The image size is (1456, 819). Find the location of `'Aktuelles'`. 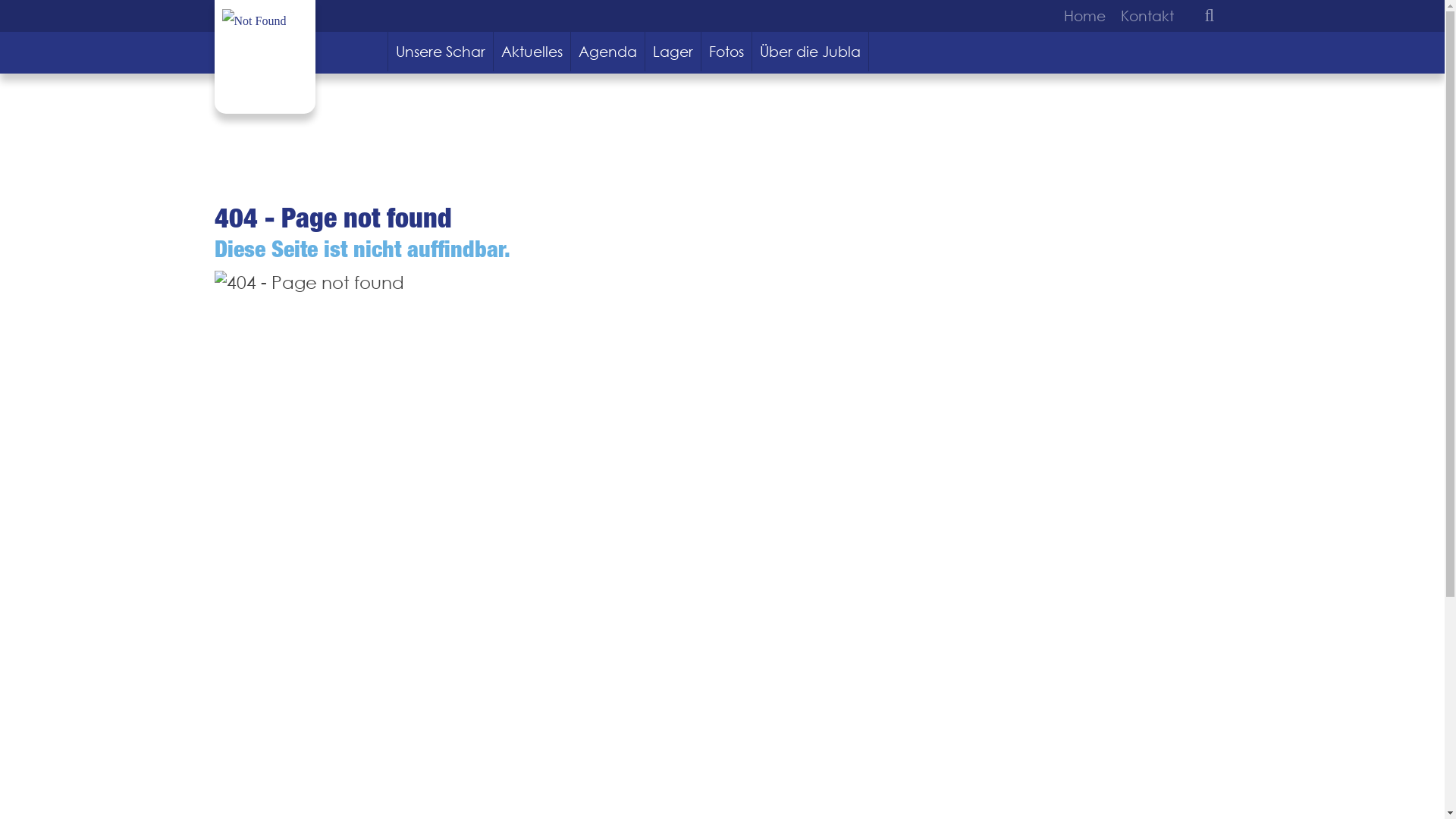

'Aktuelles' is located at coordinates (532, 51).